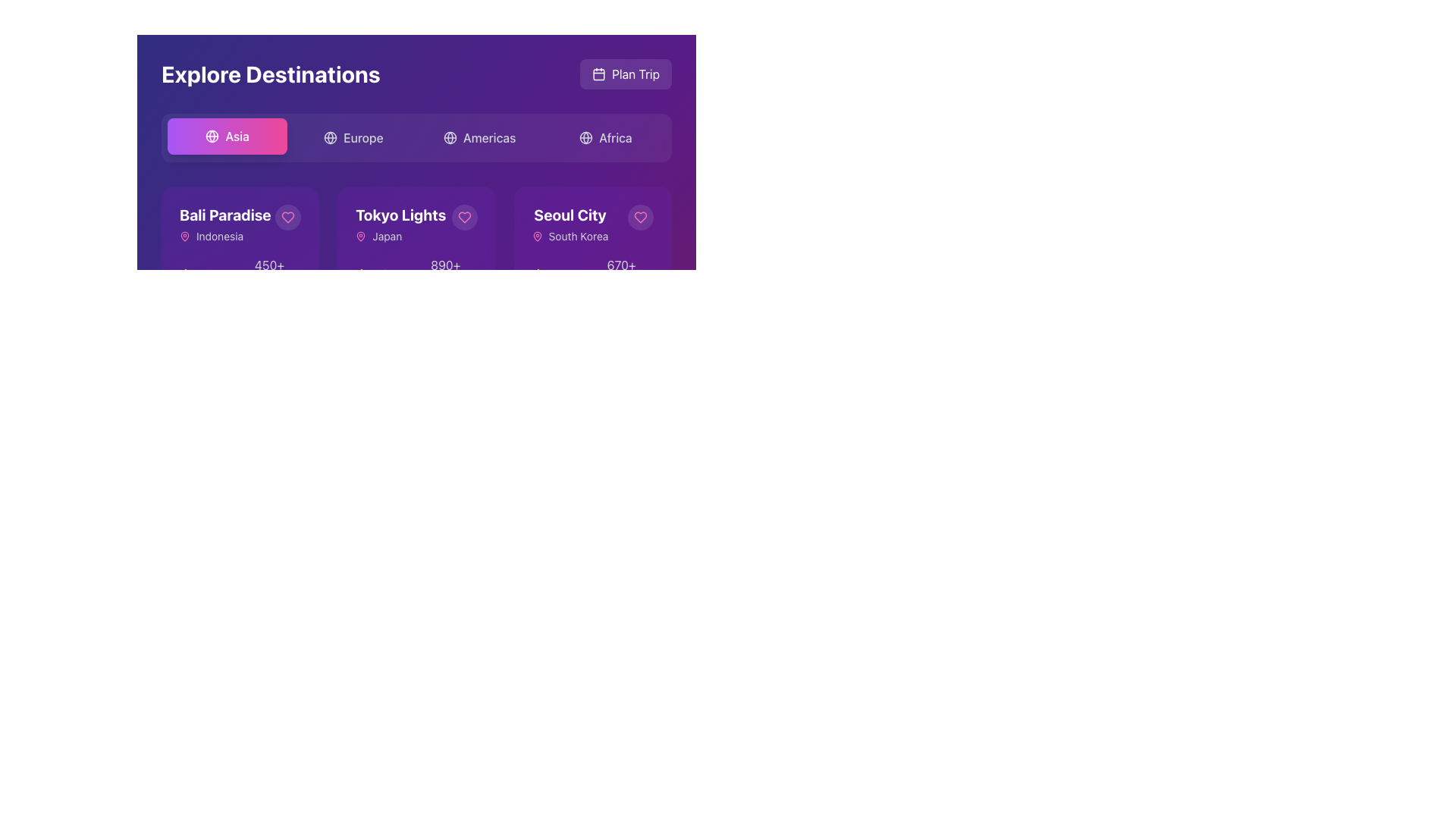 The image size is (1456, 819). Describe the element at coordinates (212, 136) in the screenshot. I see `the outermost circular component of the SVG globe icon located between the 'Asia' and 'Europe' tab labels` at that location.